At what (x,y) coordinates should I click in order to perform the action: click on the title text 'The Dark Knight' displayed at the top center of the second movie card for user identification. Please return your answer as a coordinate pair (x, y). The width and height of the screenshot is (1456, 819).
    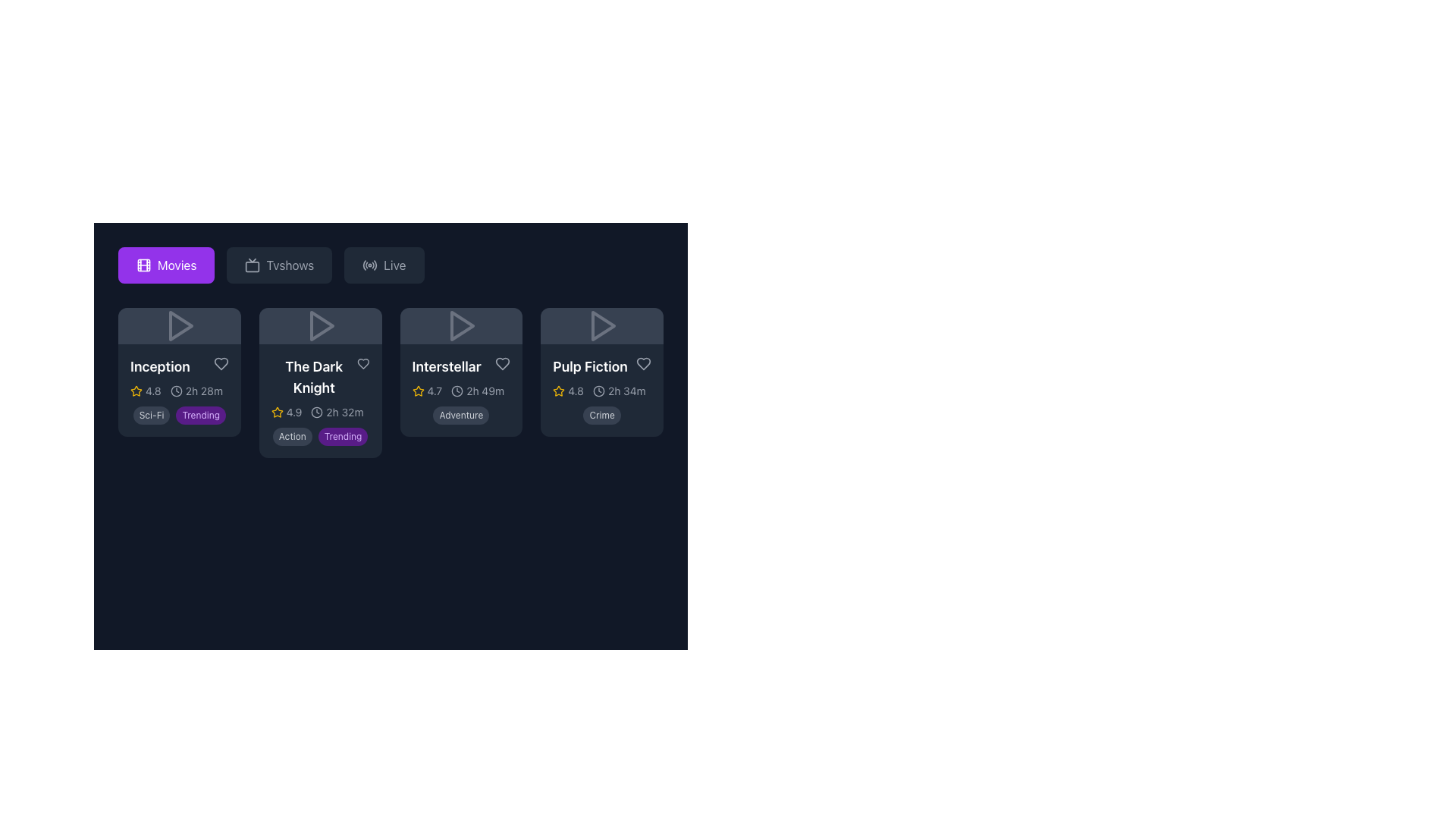
    Looking at the image, I should click on (319, 376).